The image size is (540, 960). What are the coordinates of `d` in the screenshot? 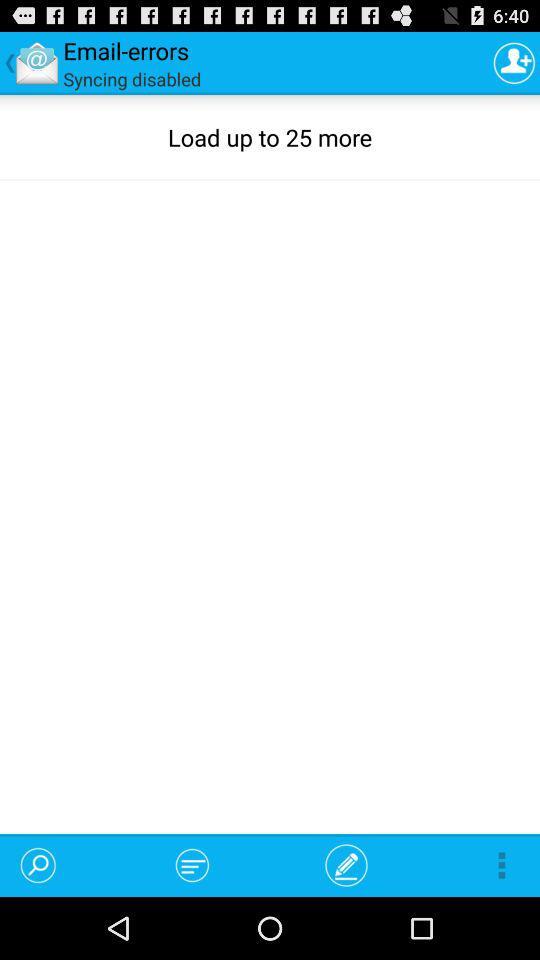 It's located at (514, 62).